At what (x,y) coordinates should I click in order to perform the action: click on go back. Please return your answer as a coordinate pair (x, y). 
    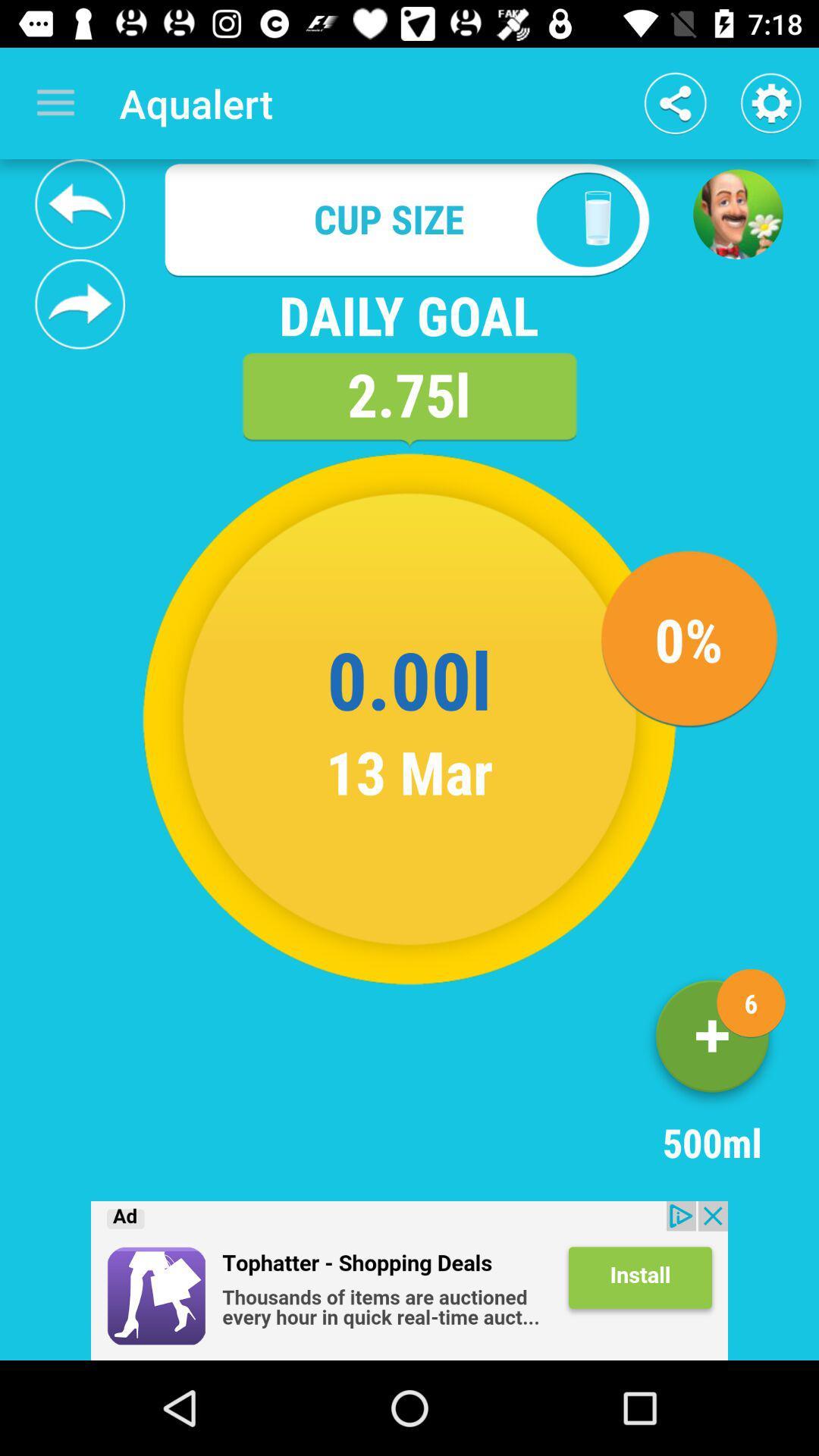
    Looking at the image, I should click on (80, 203).